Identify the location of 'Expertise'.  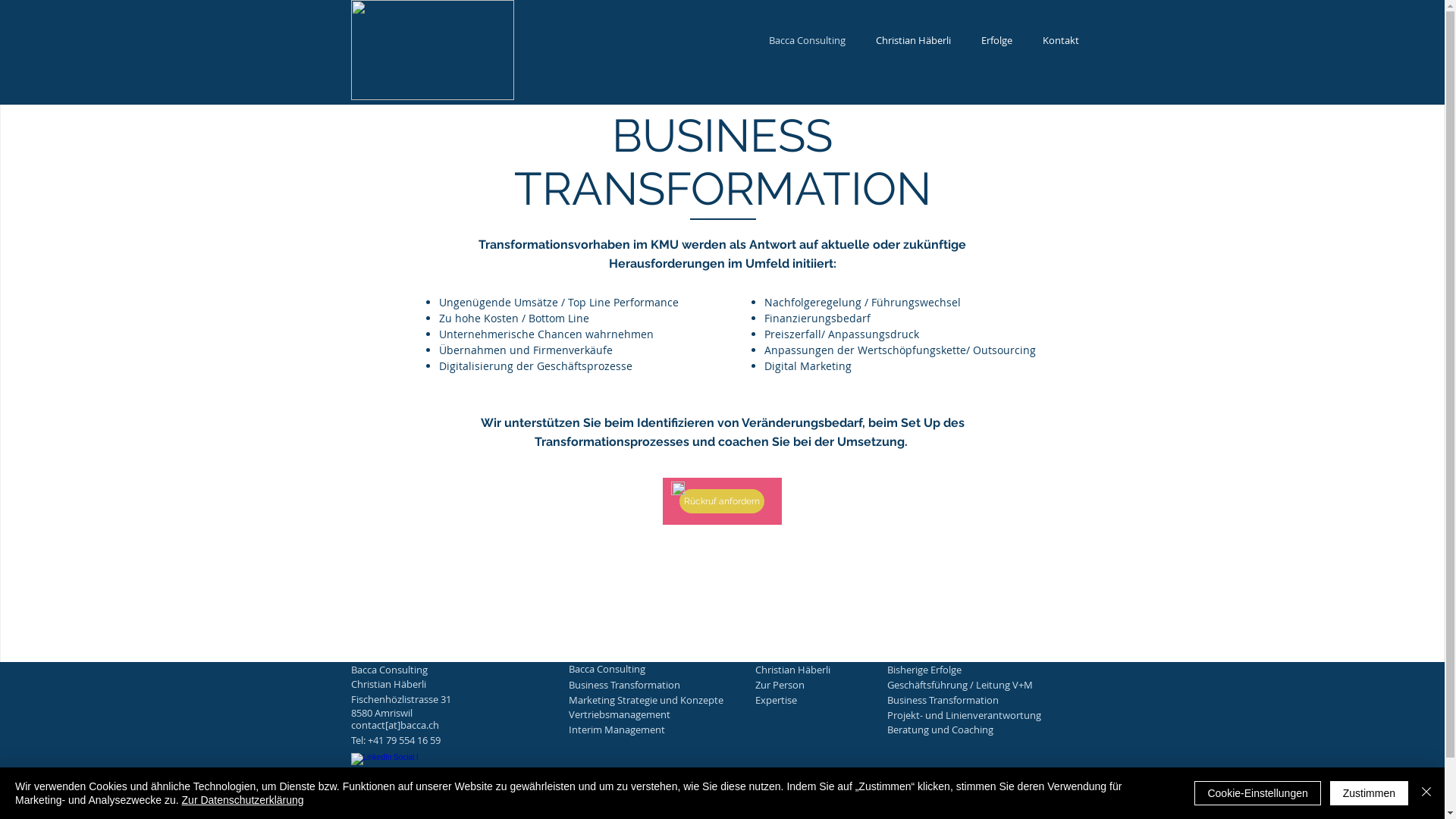
(833, 699).